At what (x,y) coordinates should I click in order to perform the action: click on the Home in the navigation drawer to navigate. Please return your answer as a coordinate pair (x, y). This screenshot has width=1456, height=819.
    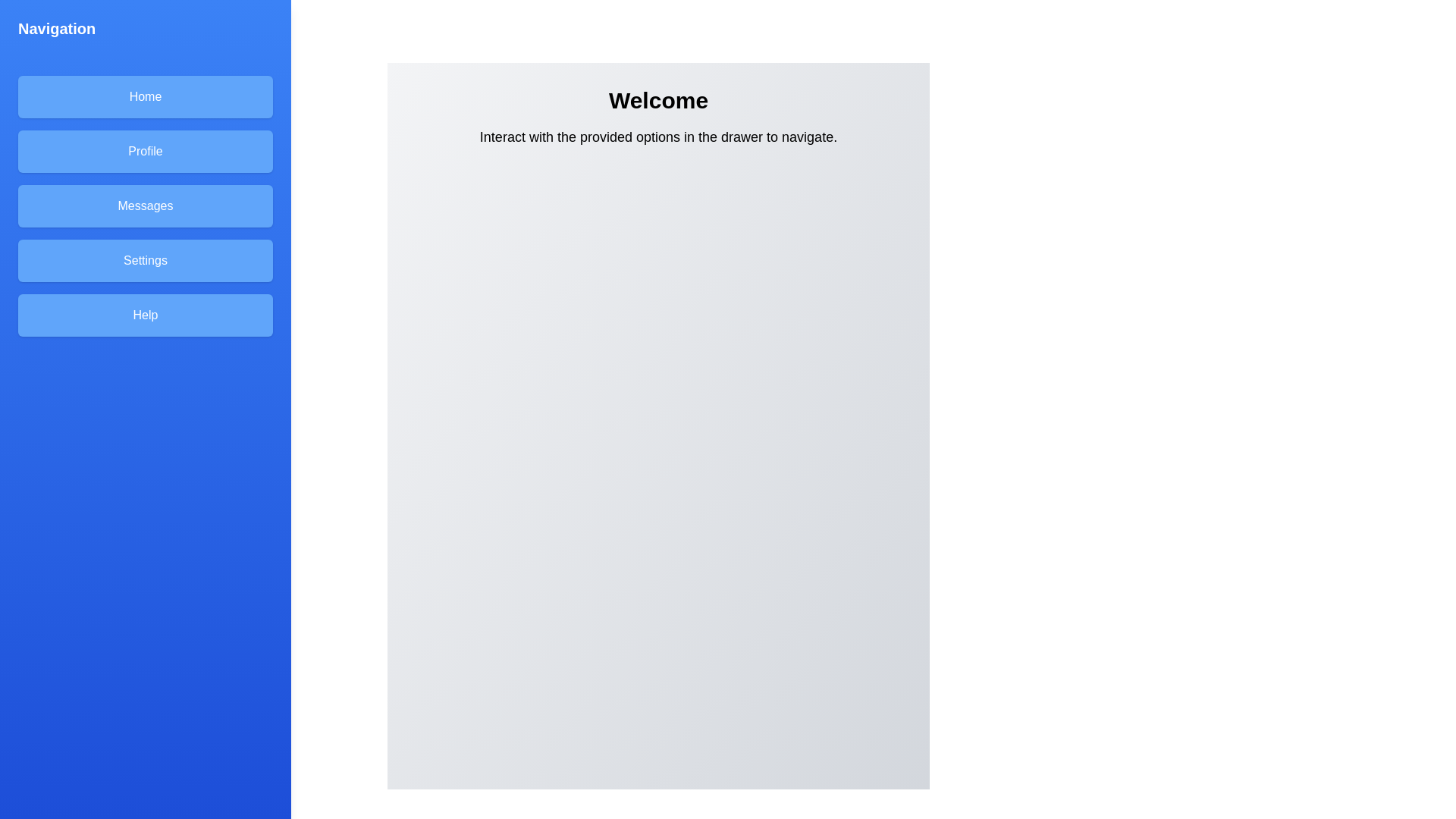
    Looking at the image, I should click on (146, 96).